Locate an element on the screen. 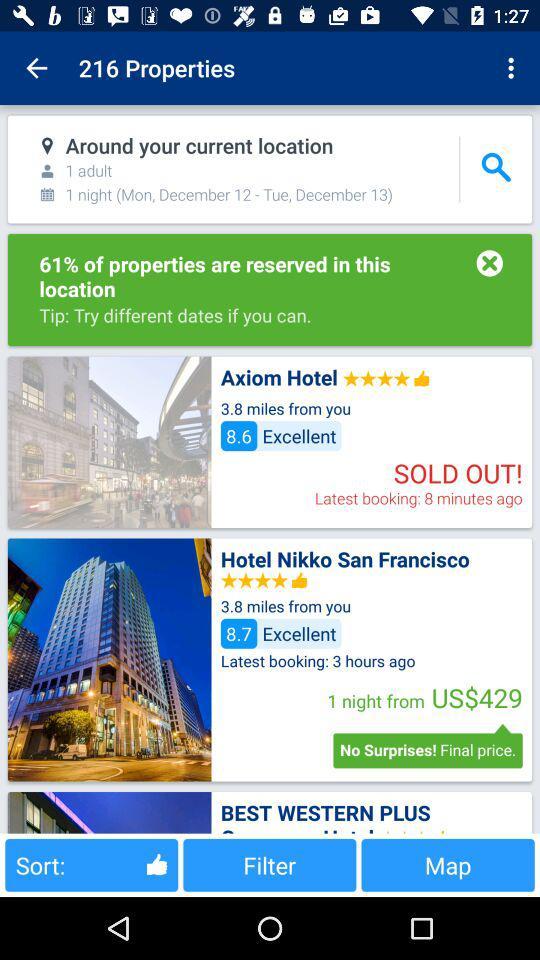 The width and height of the screenshot is (540, 960). show details is located at coordinates (109, 812).